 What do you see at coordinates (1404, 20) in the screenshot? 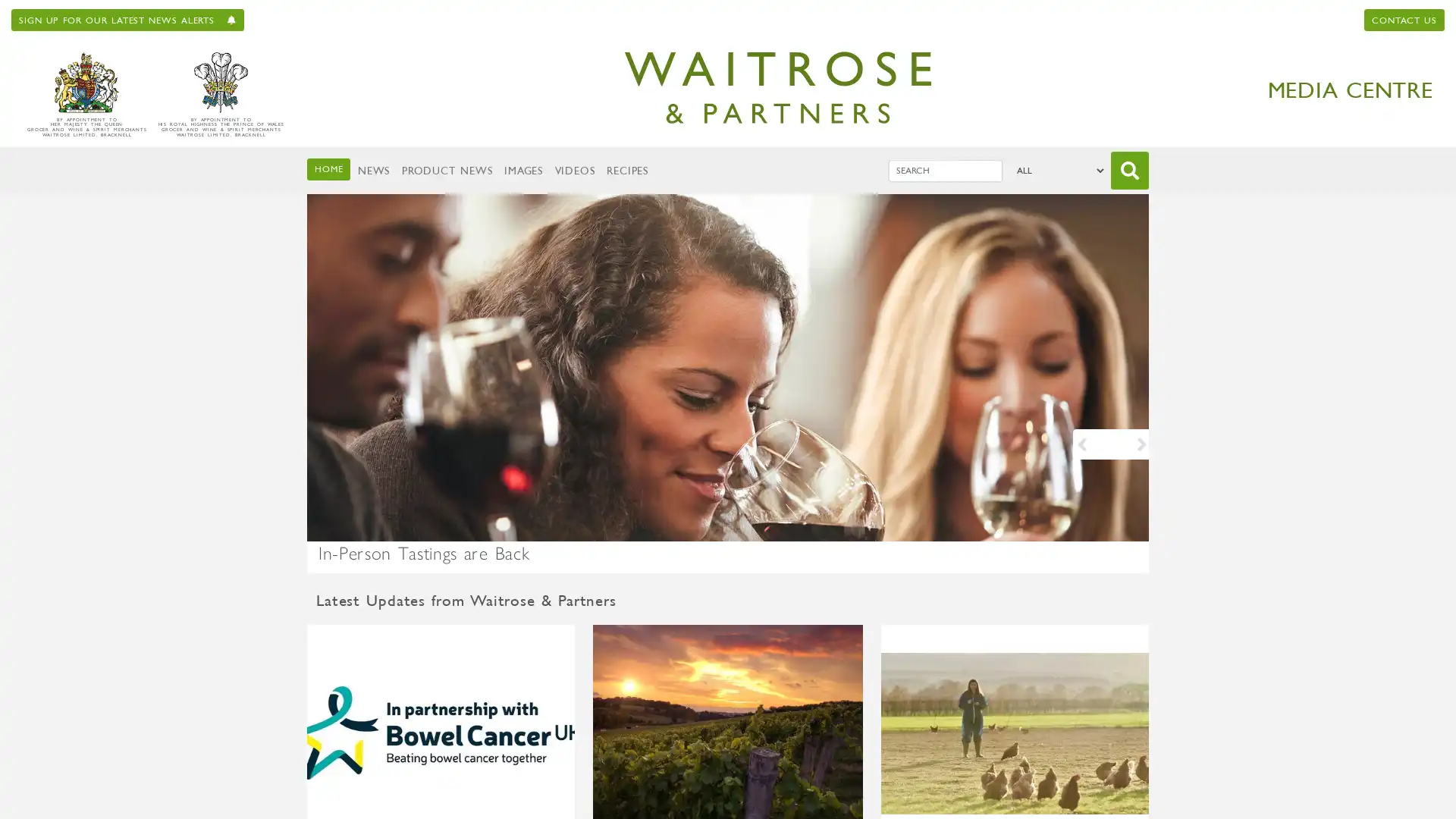
I see `CONTACT US` at bounding box center [1404, 20].